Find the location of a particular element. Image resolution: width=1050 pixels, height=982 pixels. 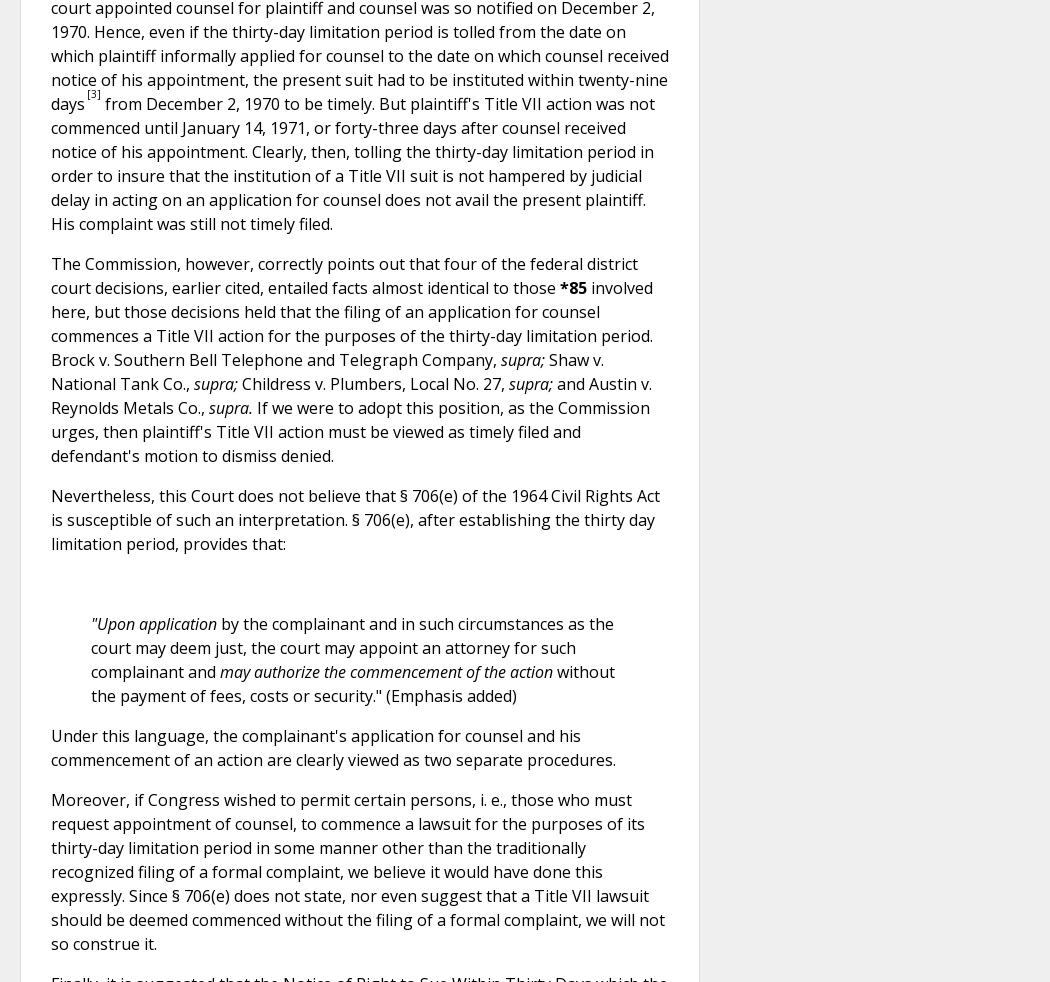

'"Upon application' is located at coordinates (154, 621).